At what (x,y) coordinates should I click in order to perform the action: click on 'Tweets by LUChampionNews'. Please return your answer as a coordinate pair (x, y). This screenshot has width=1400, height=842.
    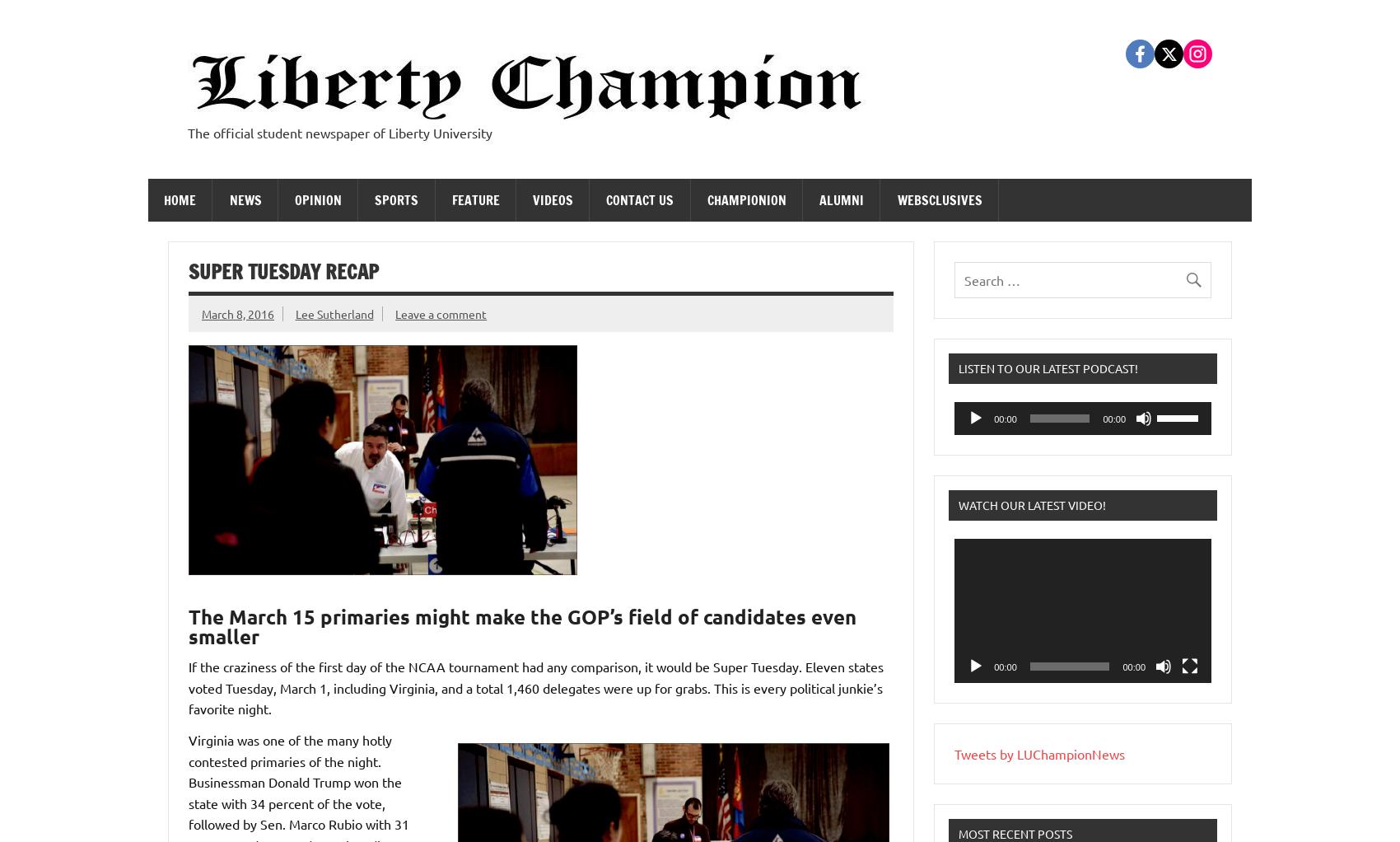
    Looking at the image, I should click on (1038, 753).